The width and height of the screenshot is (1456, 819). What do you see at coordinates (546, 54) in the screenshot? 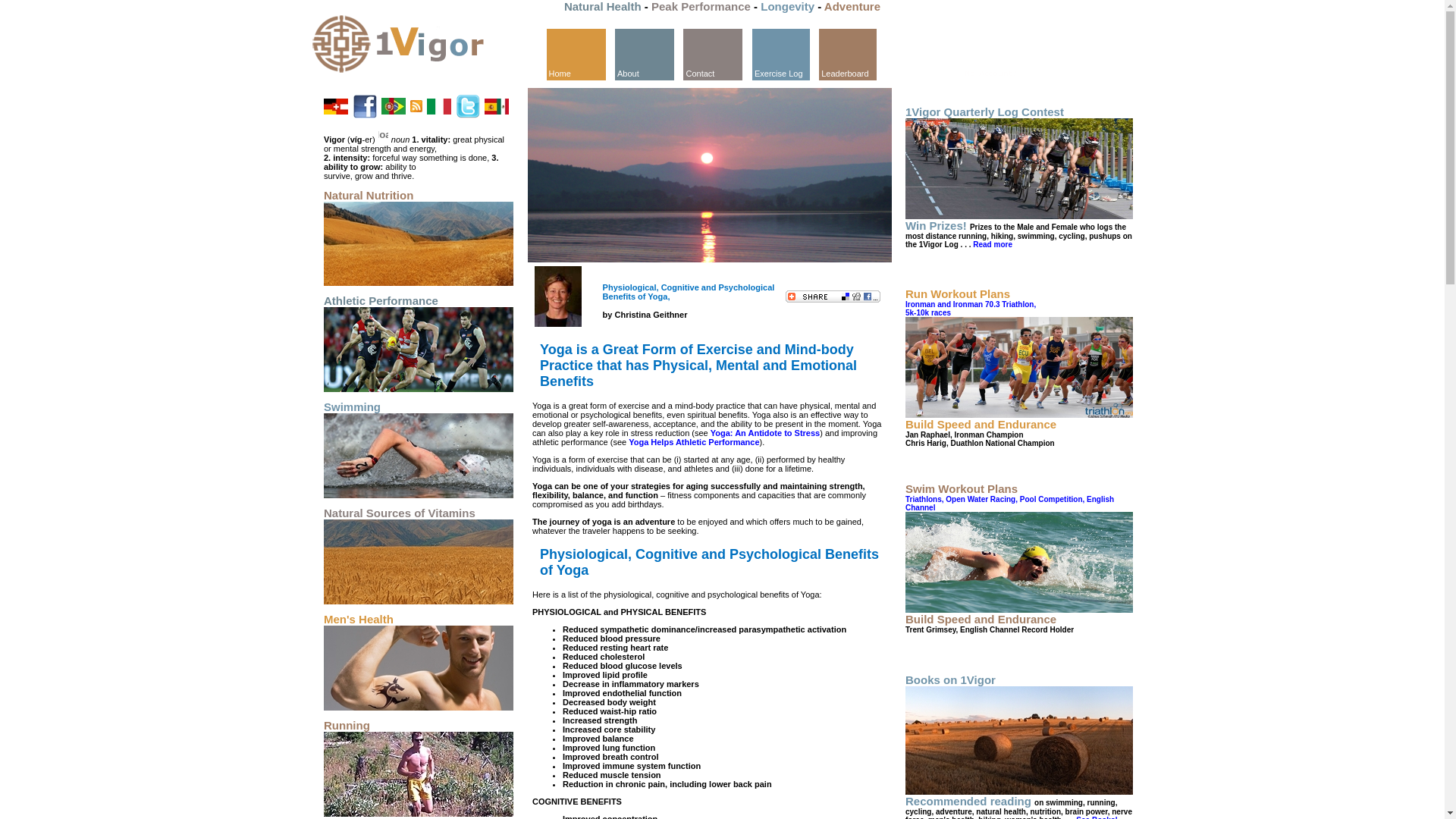
I see `'Home'` at bounding box center [546, 54].